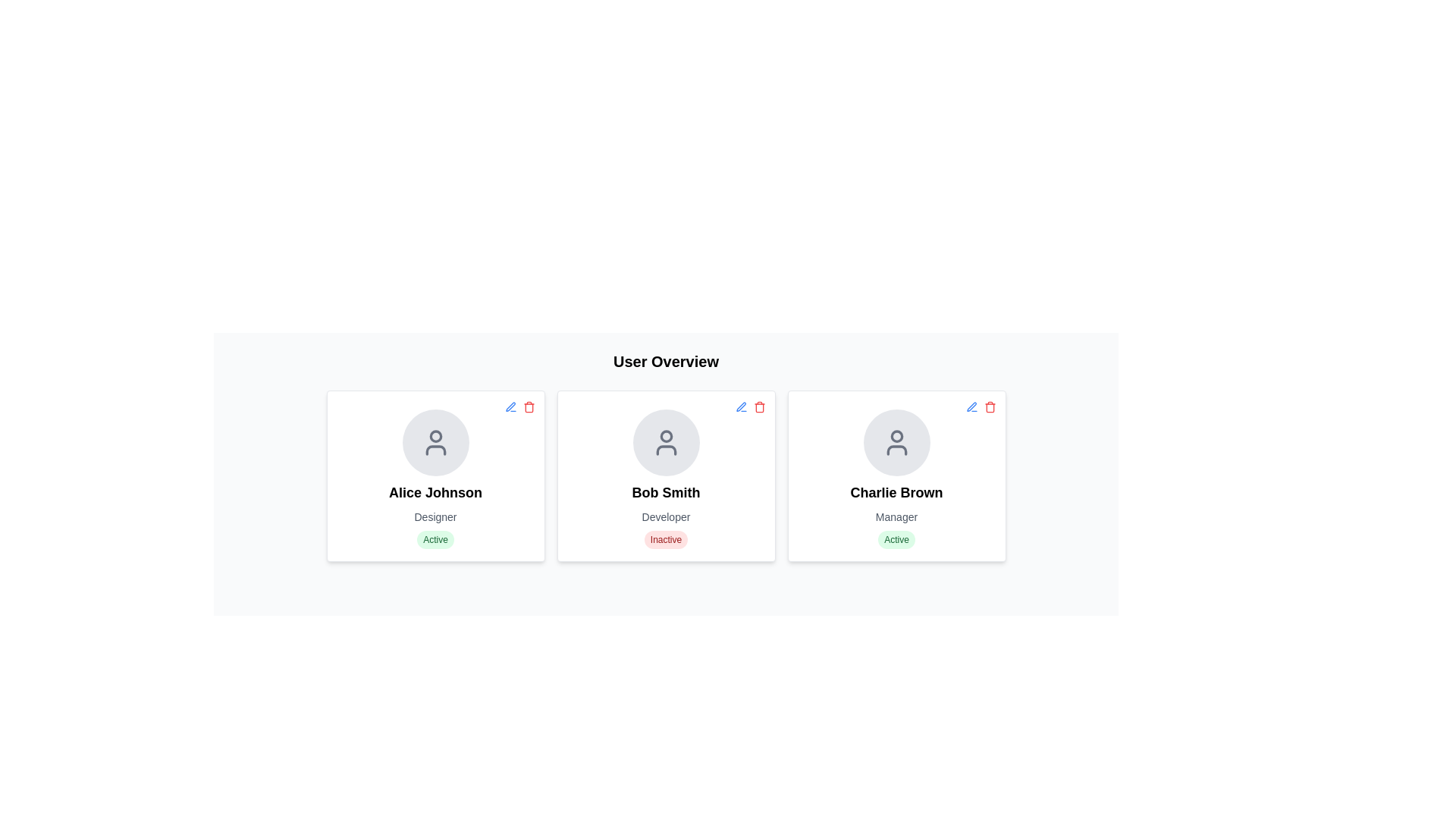 Image resolution: width=1456 pixels, height=819 pixels. What do you see at coordinates (666, 442) in the screenshot?
I see `the user icon, which is a gray circular representation of a head and shoulders, located centrally within the card labeled 'Bob Smith'` at bounding box center [666, 442].